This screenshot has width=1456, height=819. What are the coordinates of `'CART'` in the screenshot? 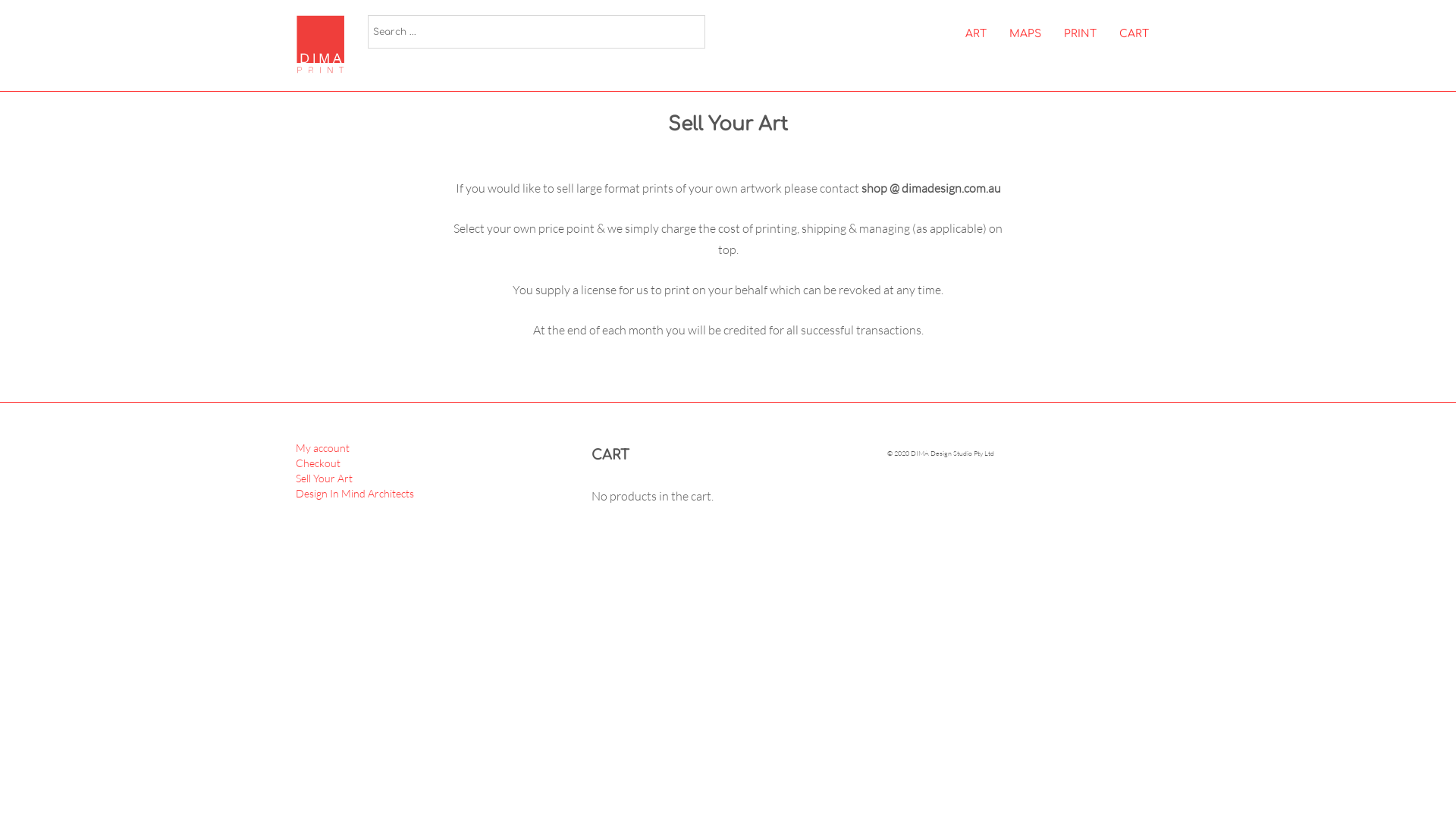 It's located at (1134, 34).